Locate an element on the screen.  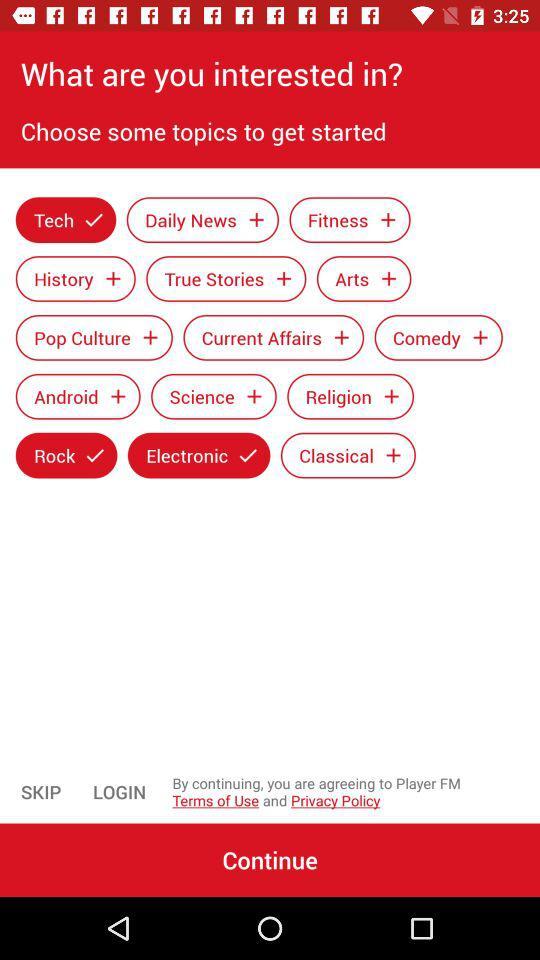
item to the left of the login item is located at coordinates (41, 792).